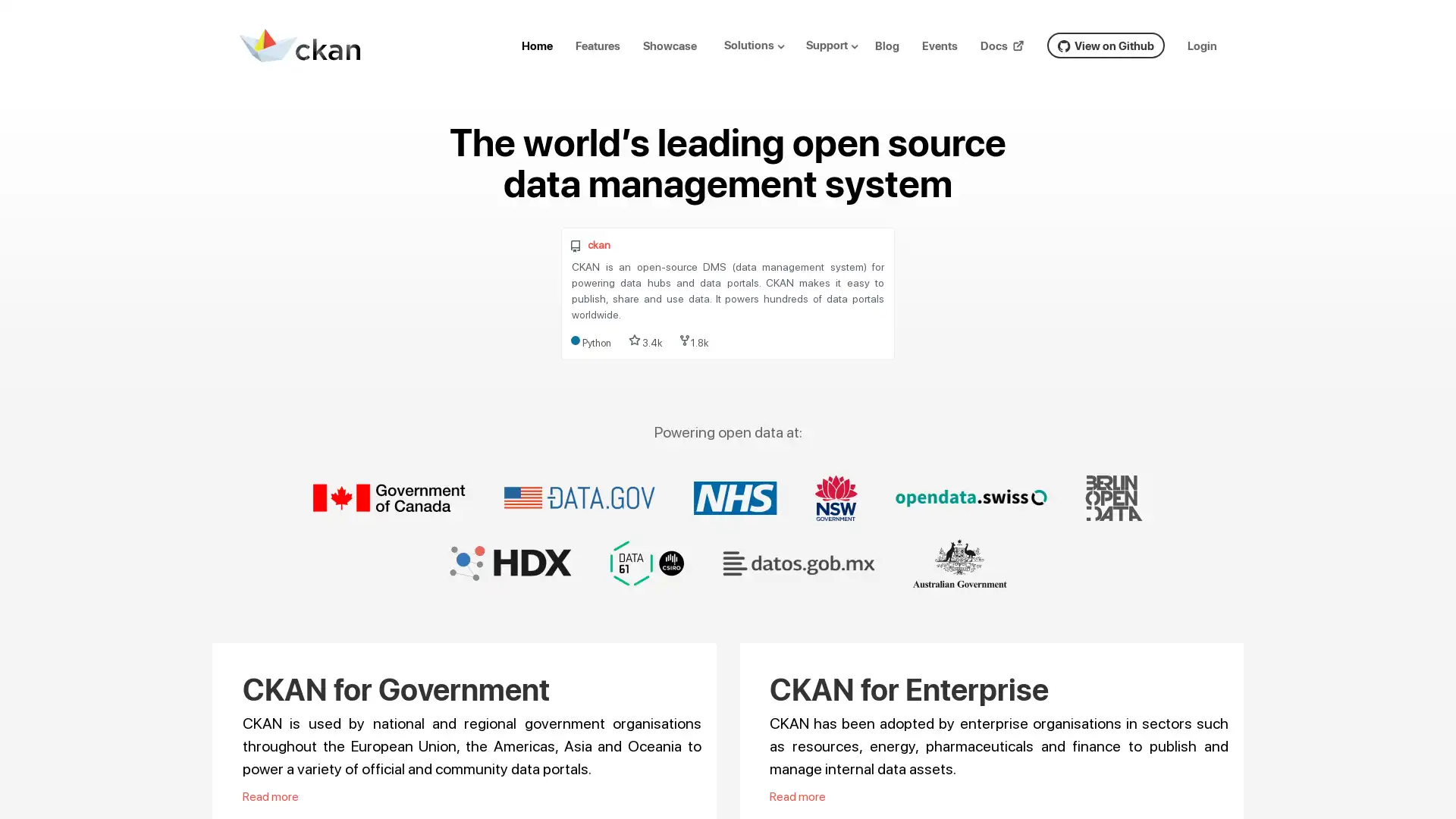 The width and height of the screenshot is (1456, 819). What do you see at coordinates (837, 44) in the screenshot?
I see `Support` at bounding box center [837, 44].